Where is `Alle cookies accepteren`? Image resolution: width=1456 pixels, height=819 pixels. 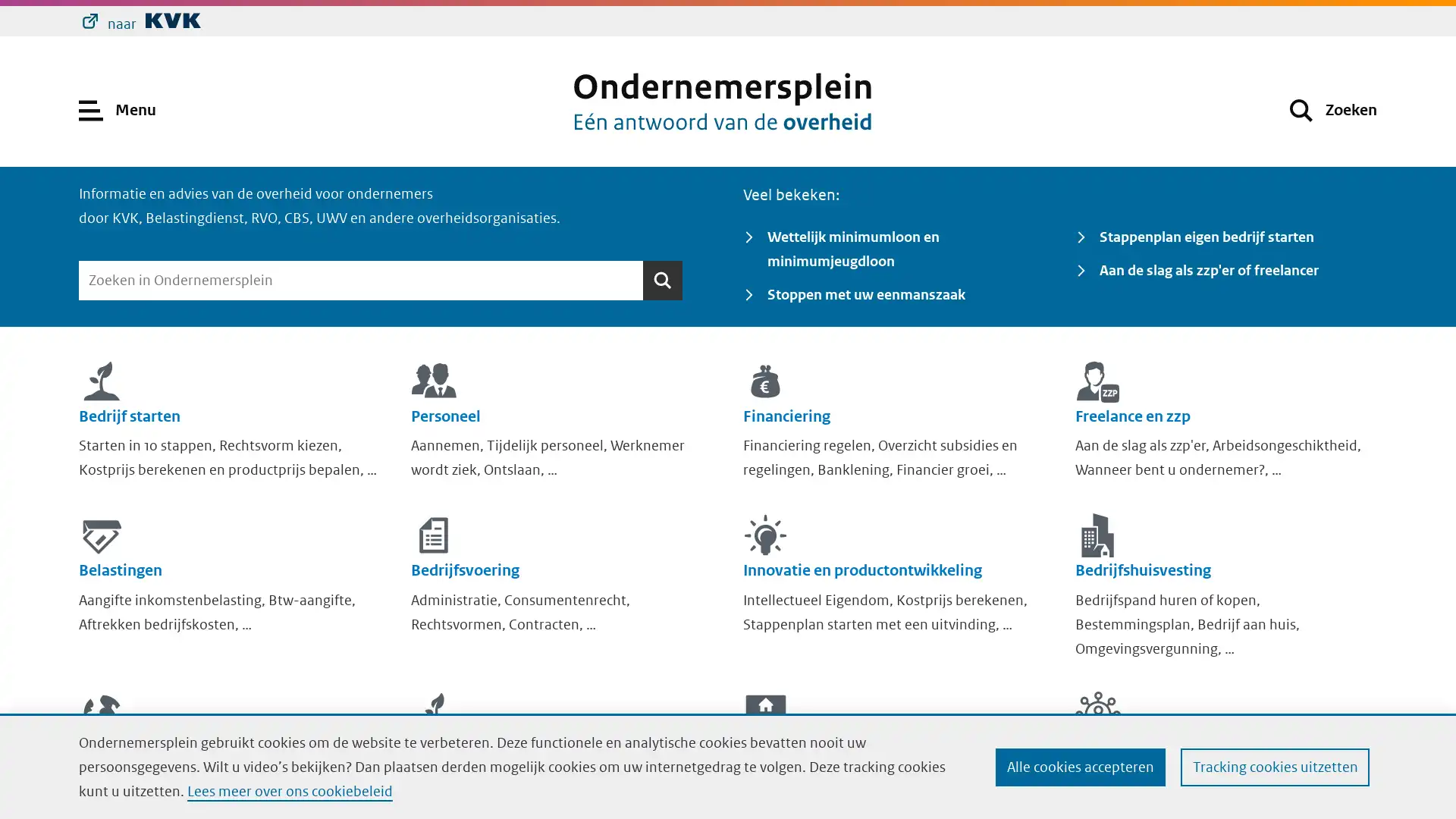
Alle cookies accepteren is located at coordinates (1080, 767).